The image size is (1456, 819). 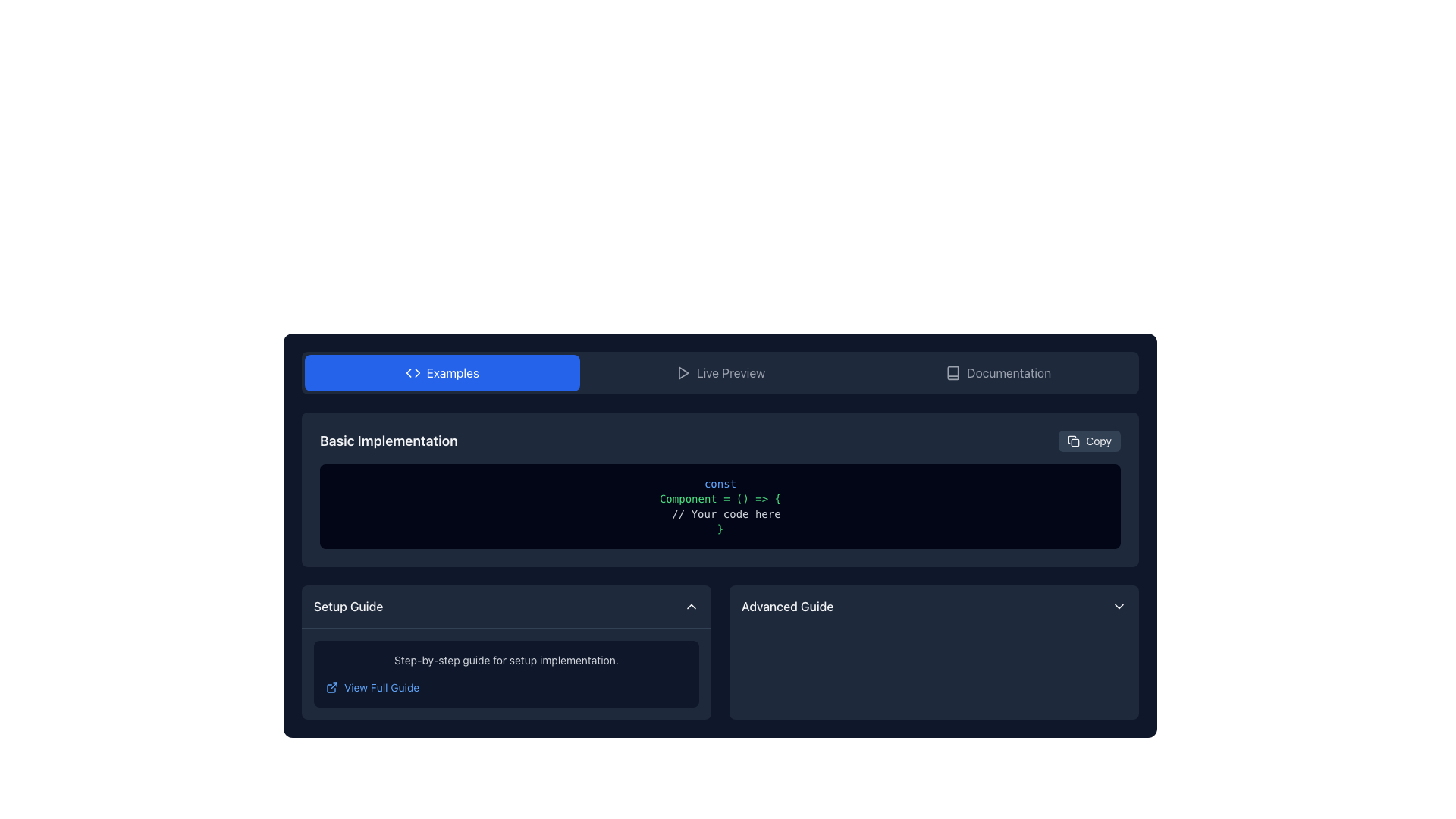 What do you see at coordinates (998, 373) in the screenshot?
I see `the 'Documentation' button, which is the third button in a horizontal group` at bounding box center [998, 373].